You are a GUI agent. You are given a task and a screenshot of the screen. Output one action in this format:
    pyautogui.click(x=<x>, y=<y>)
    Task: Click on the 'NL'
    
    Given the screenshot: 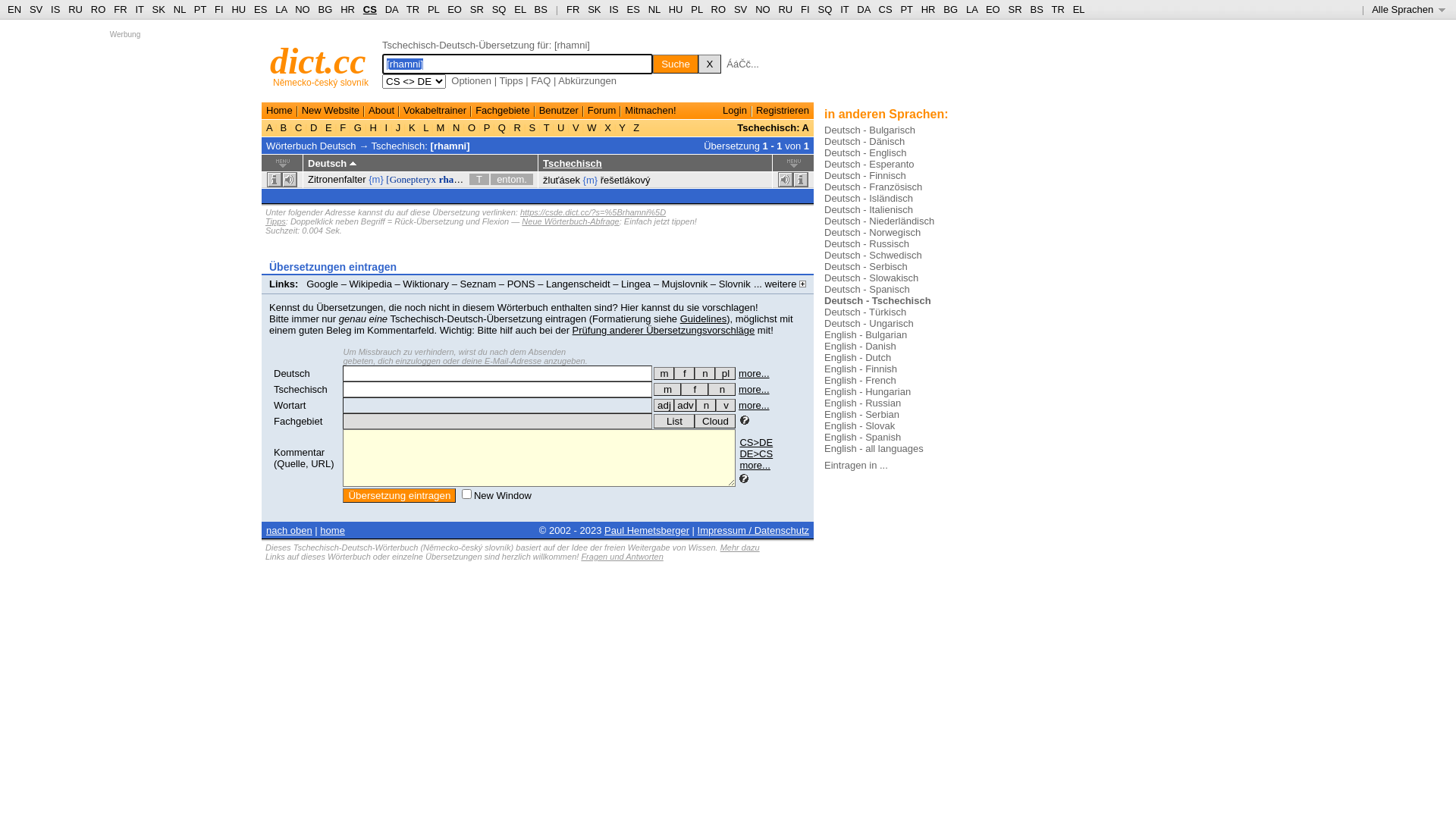 What is the action you would take?
    pyautogui.click(x=179, y=9)
    